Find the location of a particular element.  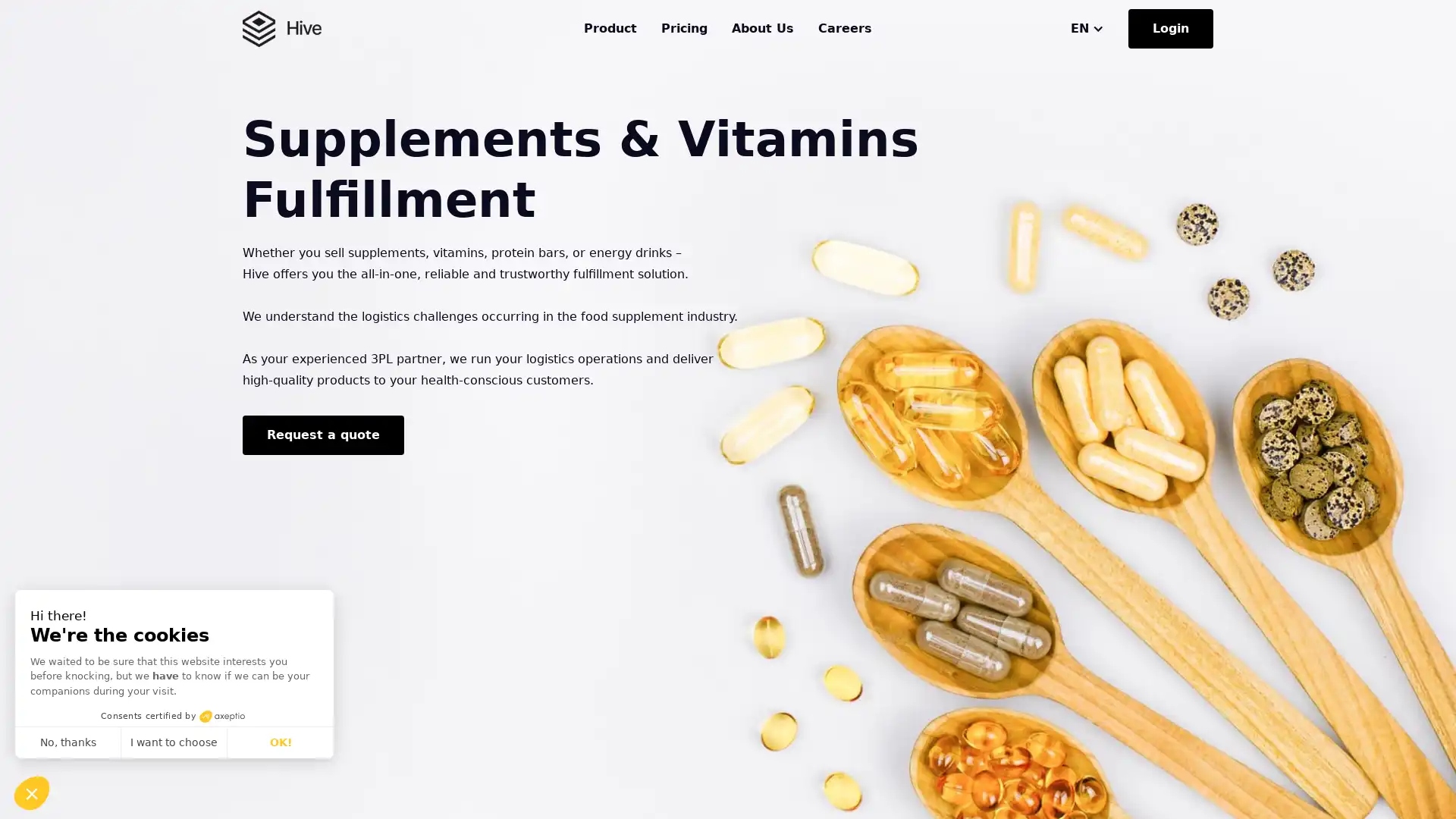

OK! is located at coordinates (280, 742).